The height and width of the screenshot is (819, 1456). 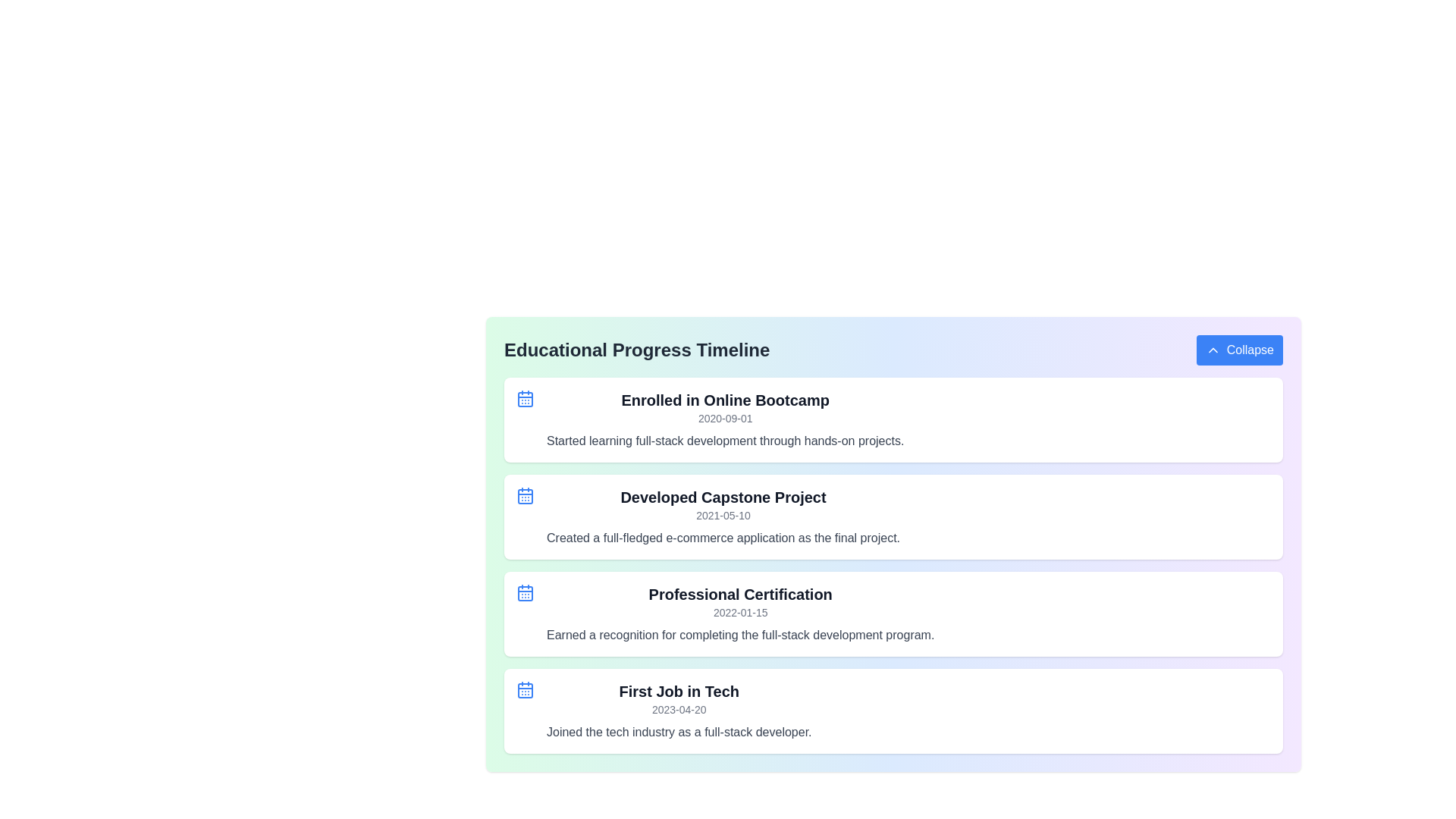 I want to click on the Timeline item titled 'Professional Certification' using keyboard navigation to focus on it, so click(x=893, y=614).